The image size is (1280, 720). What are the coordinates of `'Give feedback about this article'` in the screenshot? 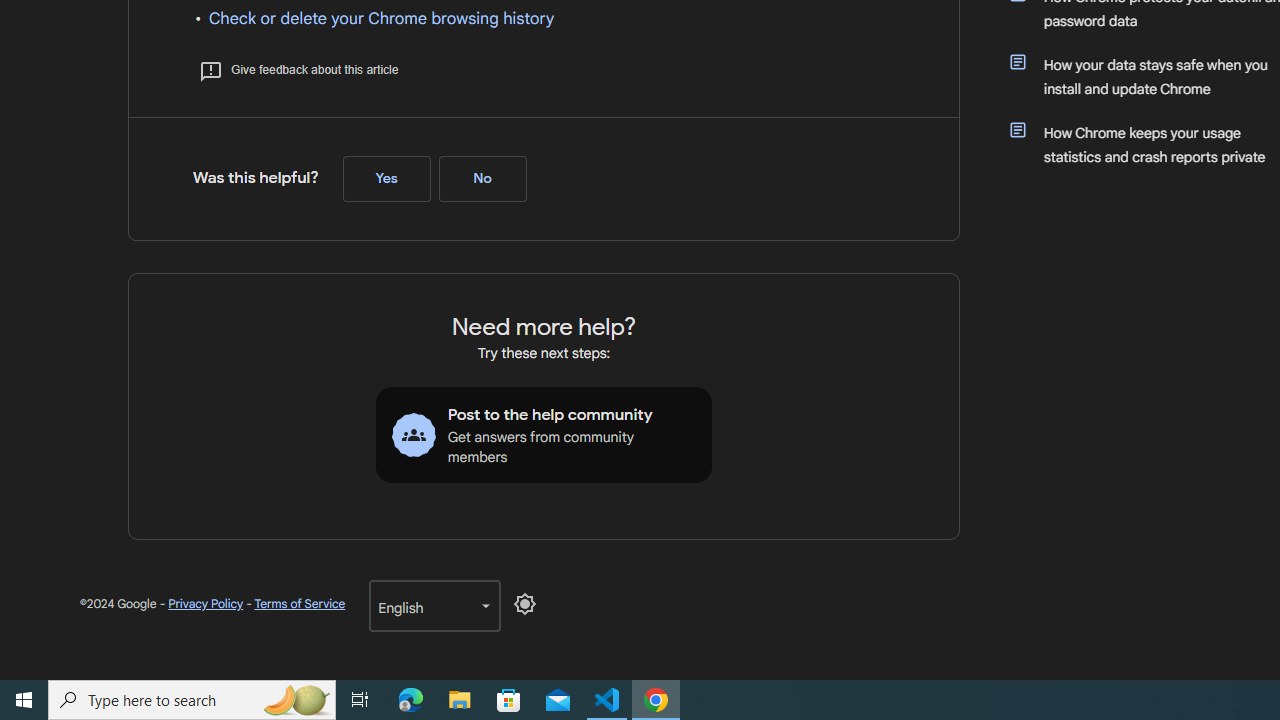 It's located at (297, 68).